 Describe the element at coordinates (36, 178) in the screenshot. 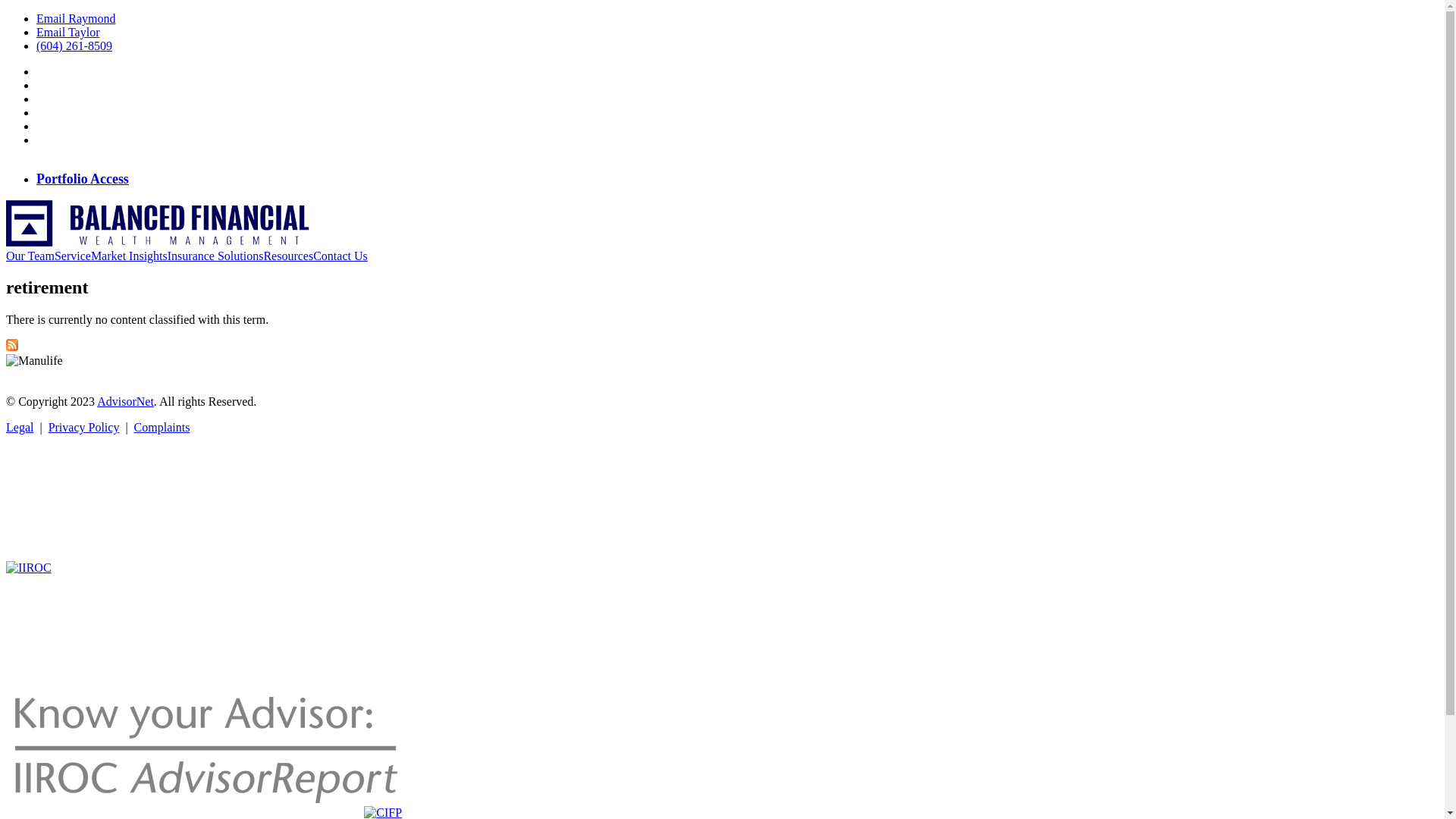

I see `'Portfolio Access'` at that location.